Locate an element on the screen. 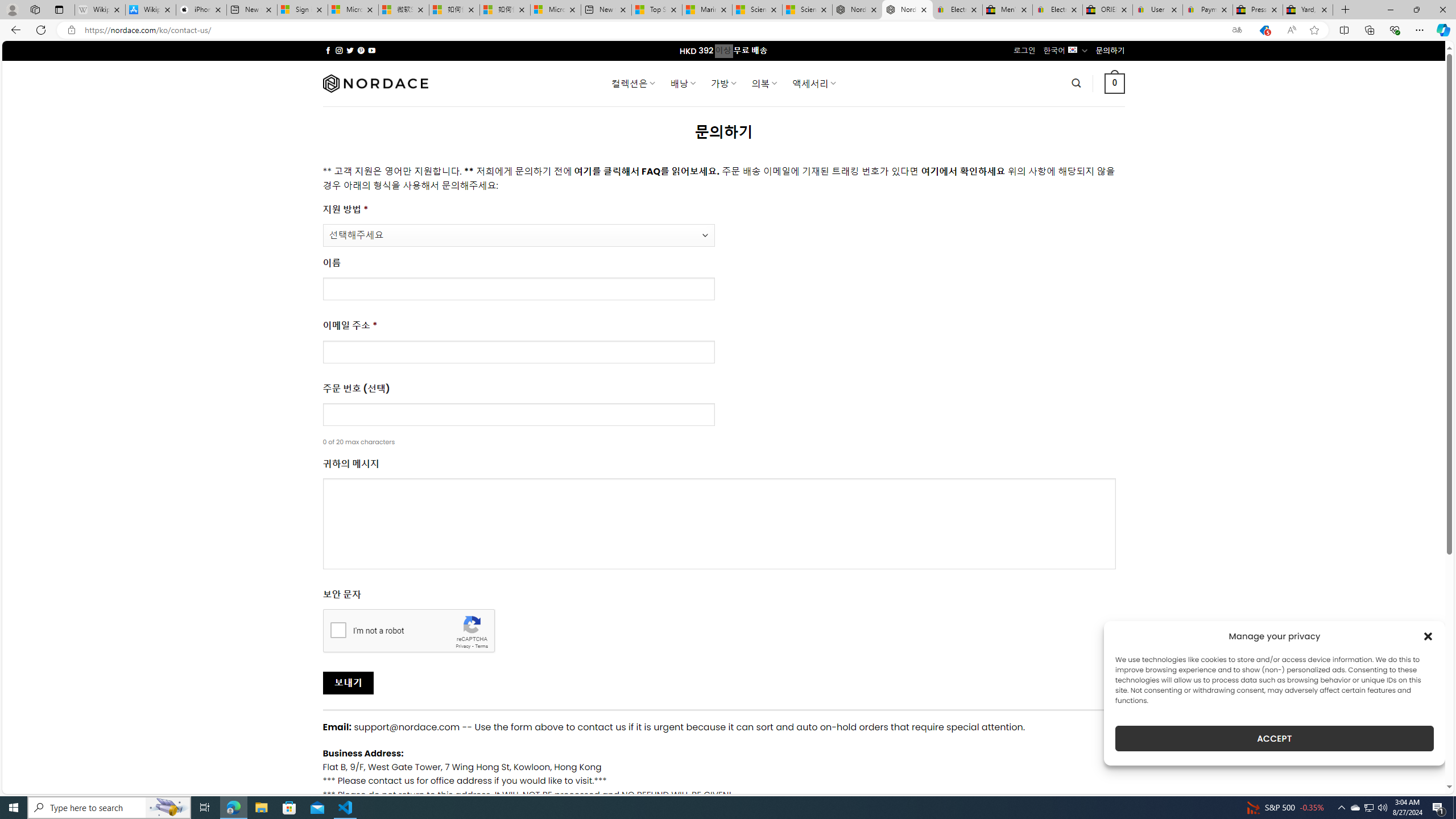  'Show translate options' is located at coordinates (1236, 30).